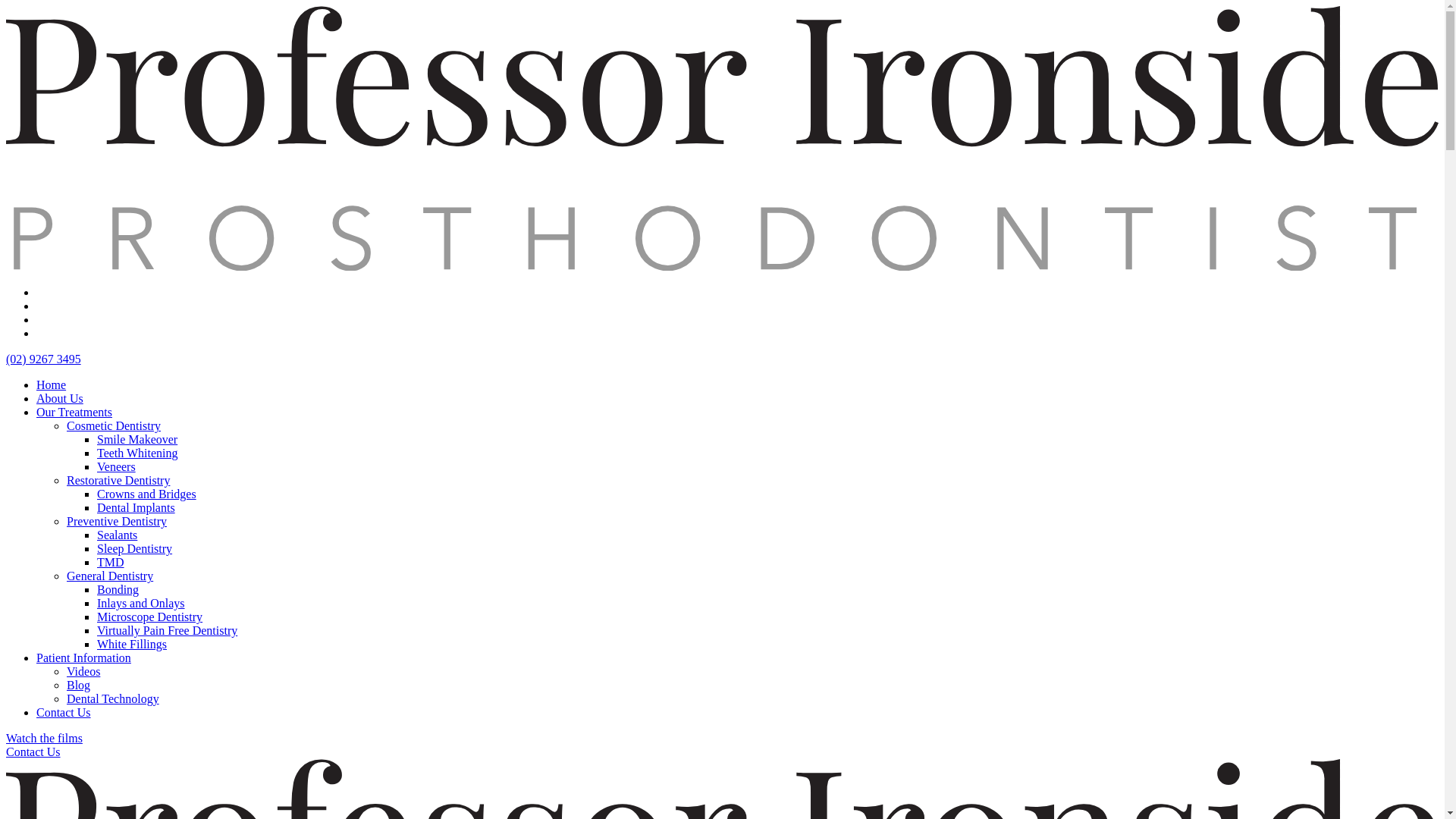 Image resolution: width=1456 pixels, height=819 pixels. I want to click on 'Sleep Dentistry', so click(96, 548).